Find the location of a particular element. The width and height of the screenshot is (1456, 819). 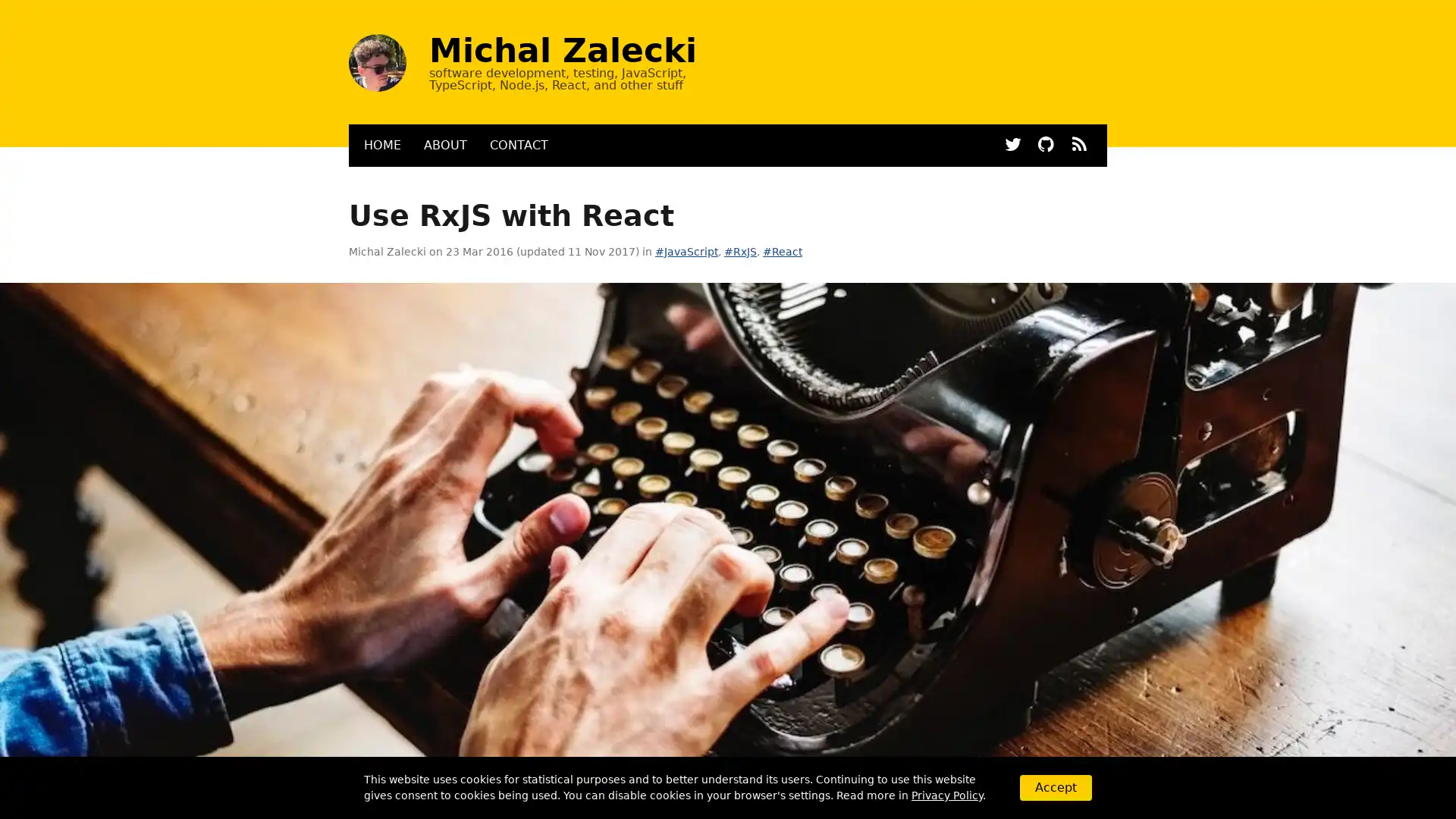

Accept is located at coordinates (1055, 786).